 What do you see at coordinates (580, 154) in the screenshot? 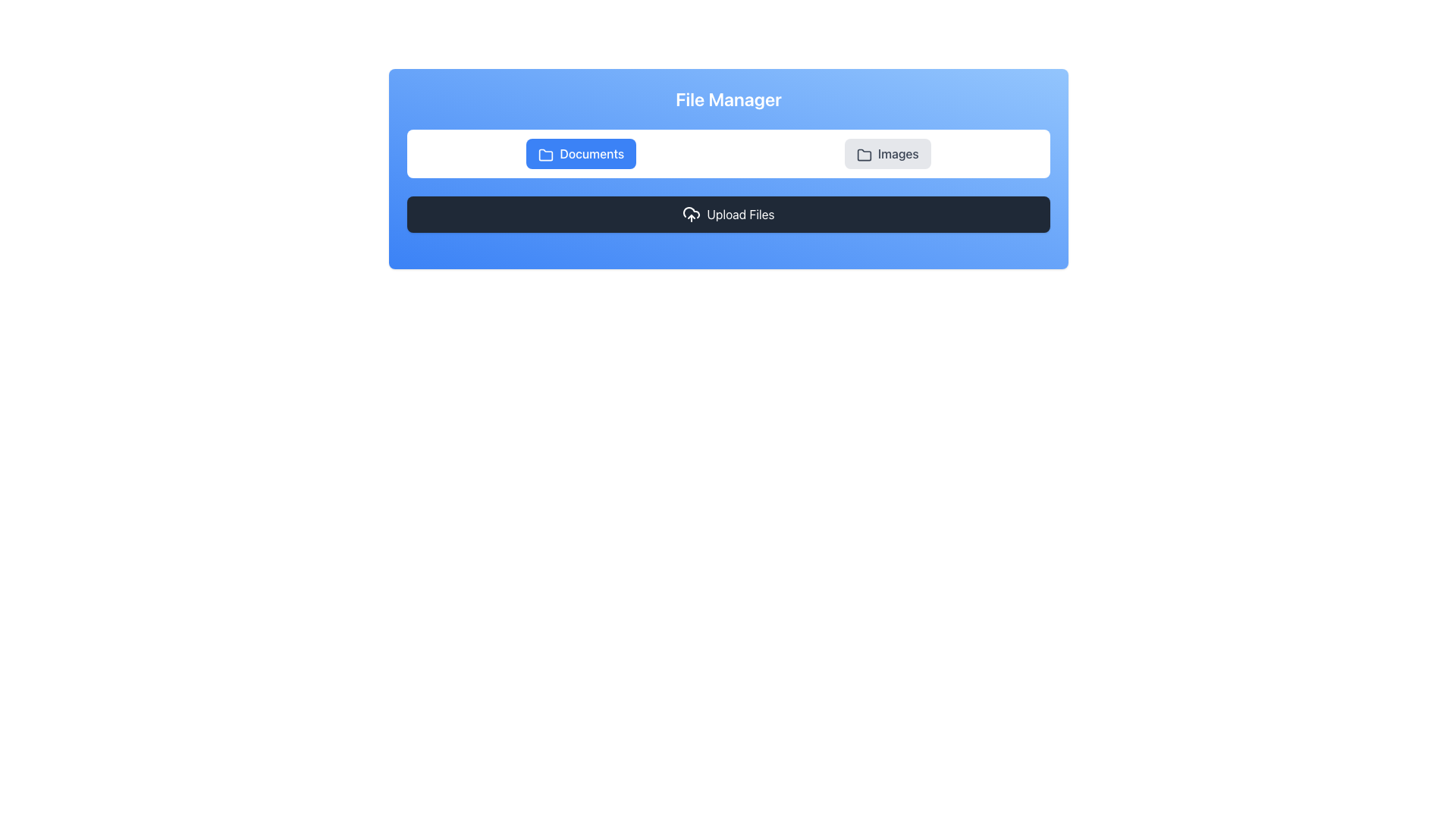
I see `the blue 'Documents' button, which features white text and a folder icon` at bounding box center [580, 154].